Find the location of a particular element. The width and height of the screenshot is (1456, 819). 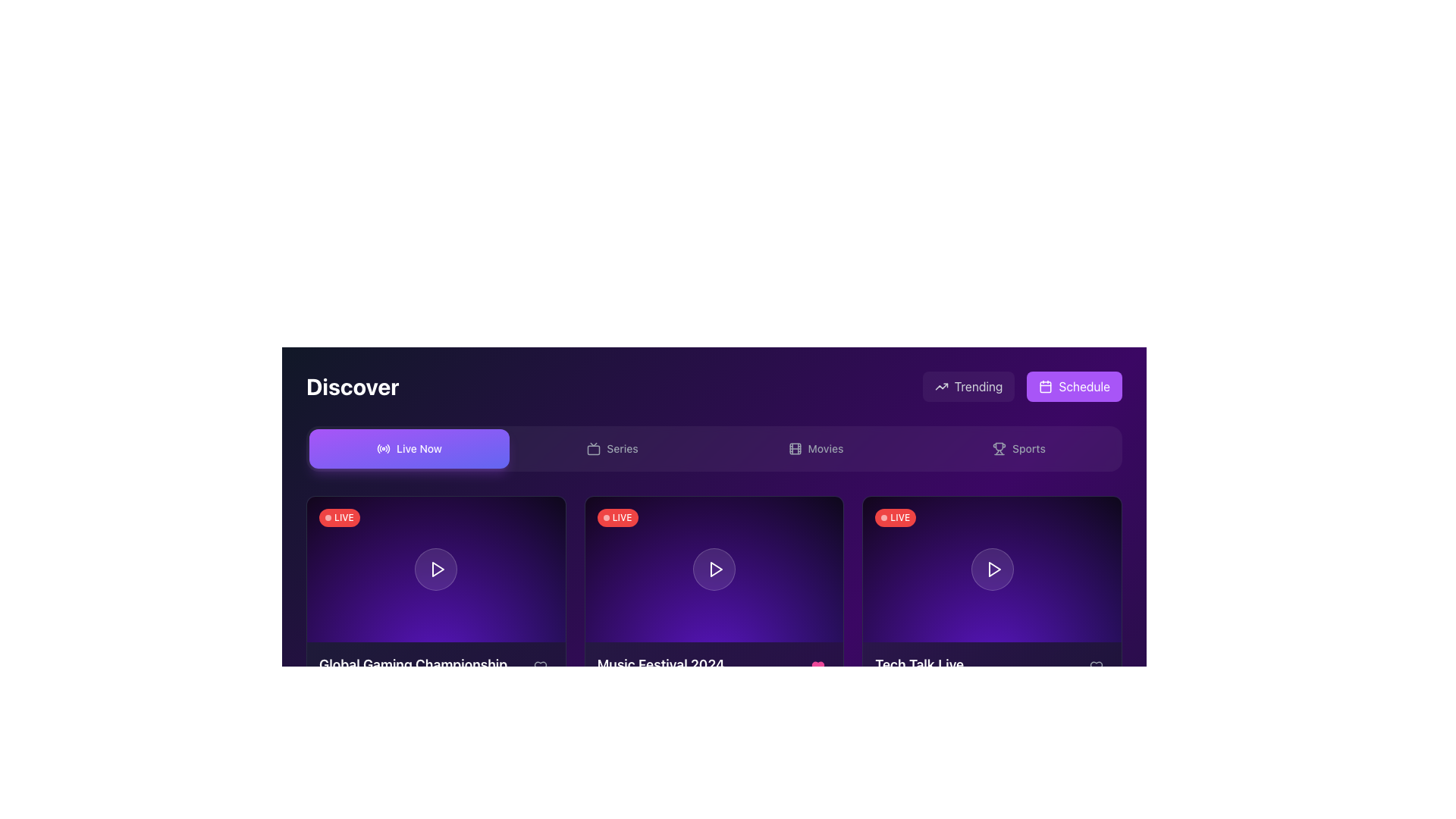

the centrally placed 'play' button icon located in the lower half of the second content card to receive additional UI feedback is located at coordinates (716, 569).